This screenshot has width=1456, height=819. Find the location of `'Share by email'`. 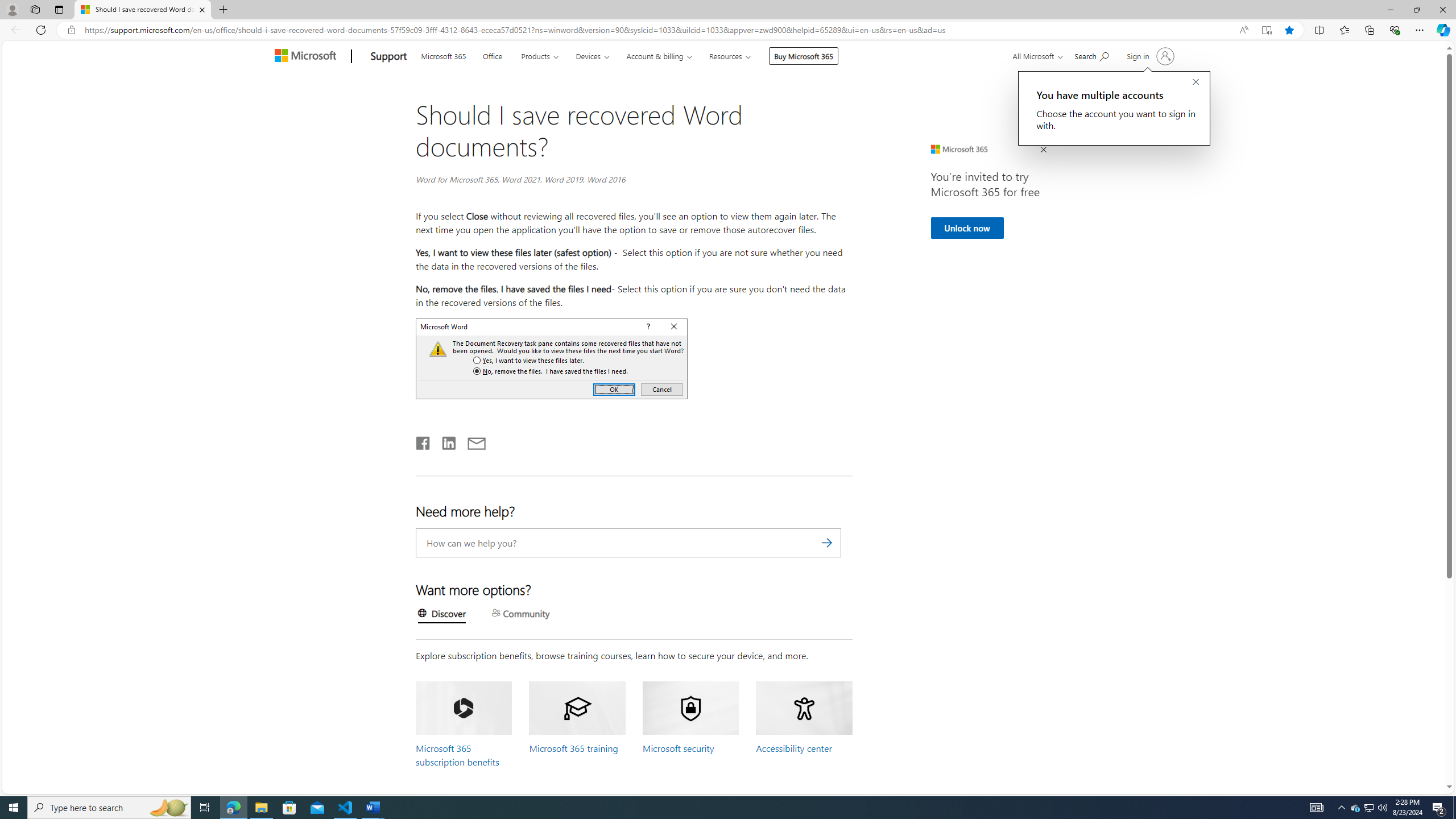

'Share by email' is located at coordinates (471, 441).